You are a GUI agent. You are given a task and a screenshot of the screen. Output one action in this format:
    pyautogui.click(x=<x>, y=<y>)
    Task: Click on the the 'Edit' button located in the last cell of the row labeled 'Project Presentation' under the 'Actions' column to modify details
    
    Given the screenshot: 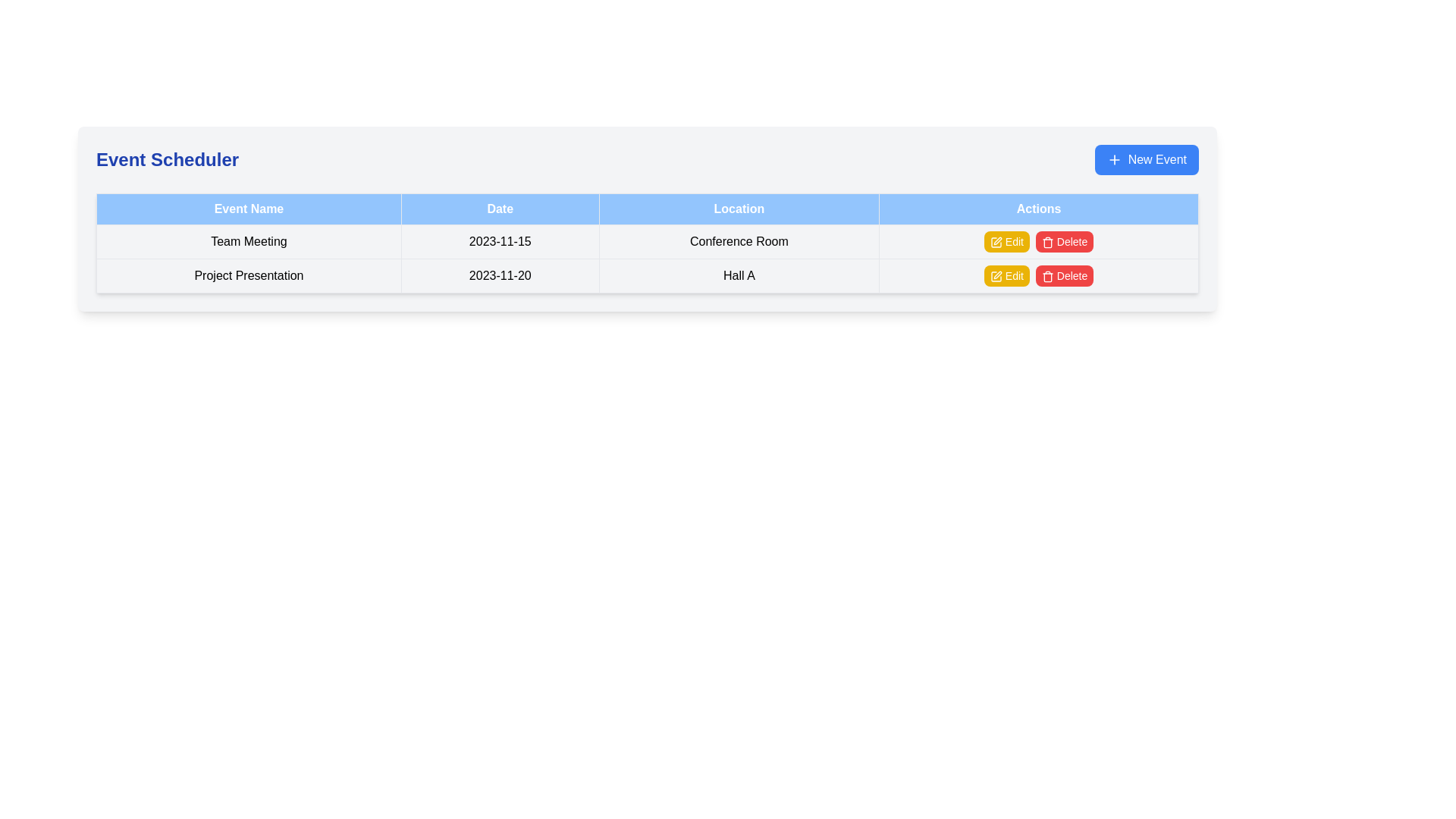 What is the action you would take?
    pyautogui.click(x=1038, y=275)
    